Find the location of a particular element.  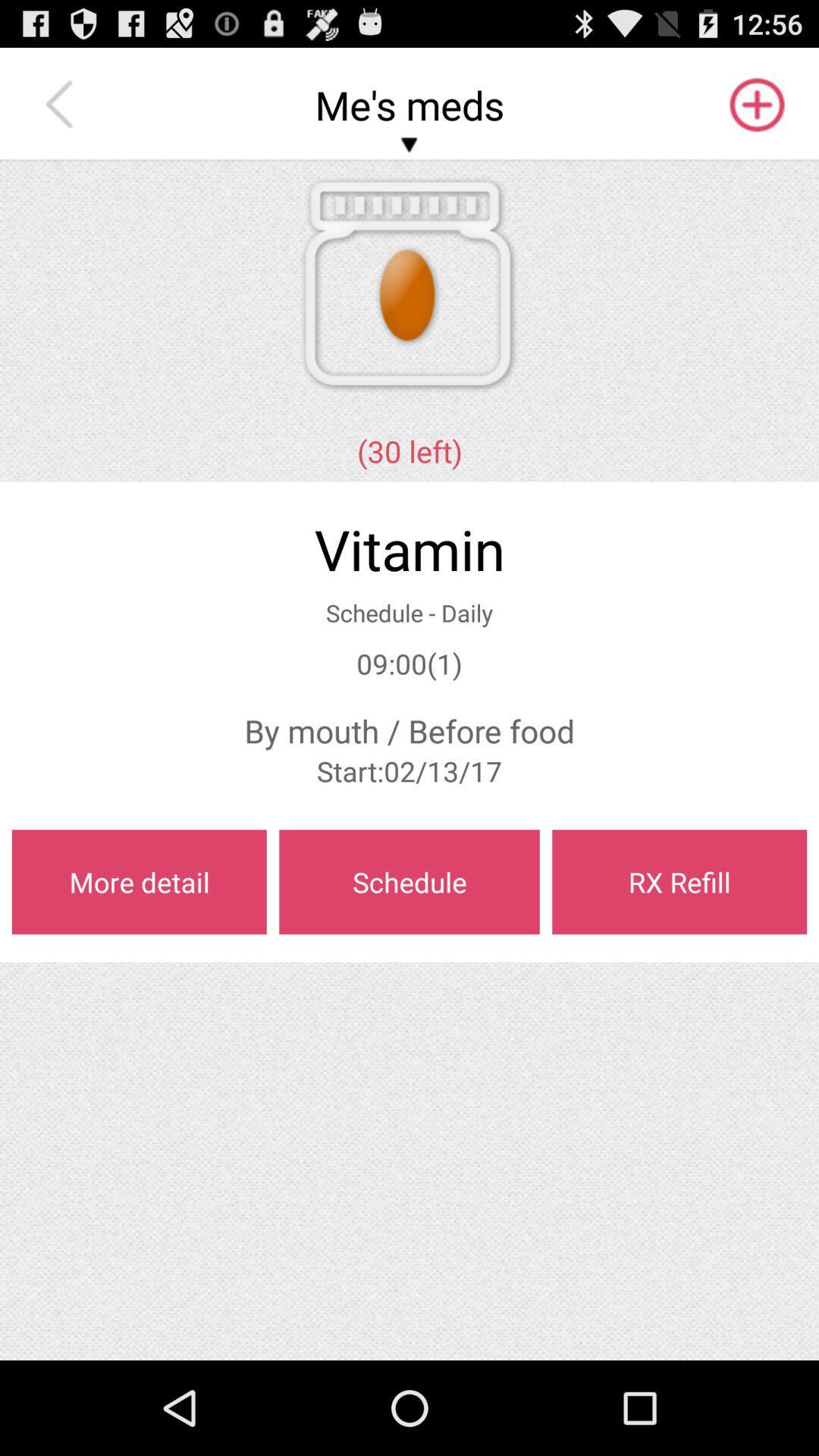

the button to the left of the schedule button is located at coordinates (139, 882).